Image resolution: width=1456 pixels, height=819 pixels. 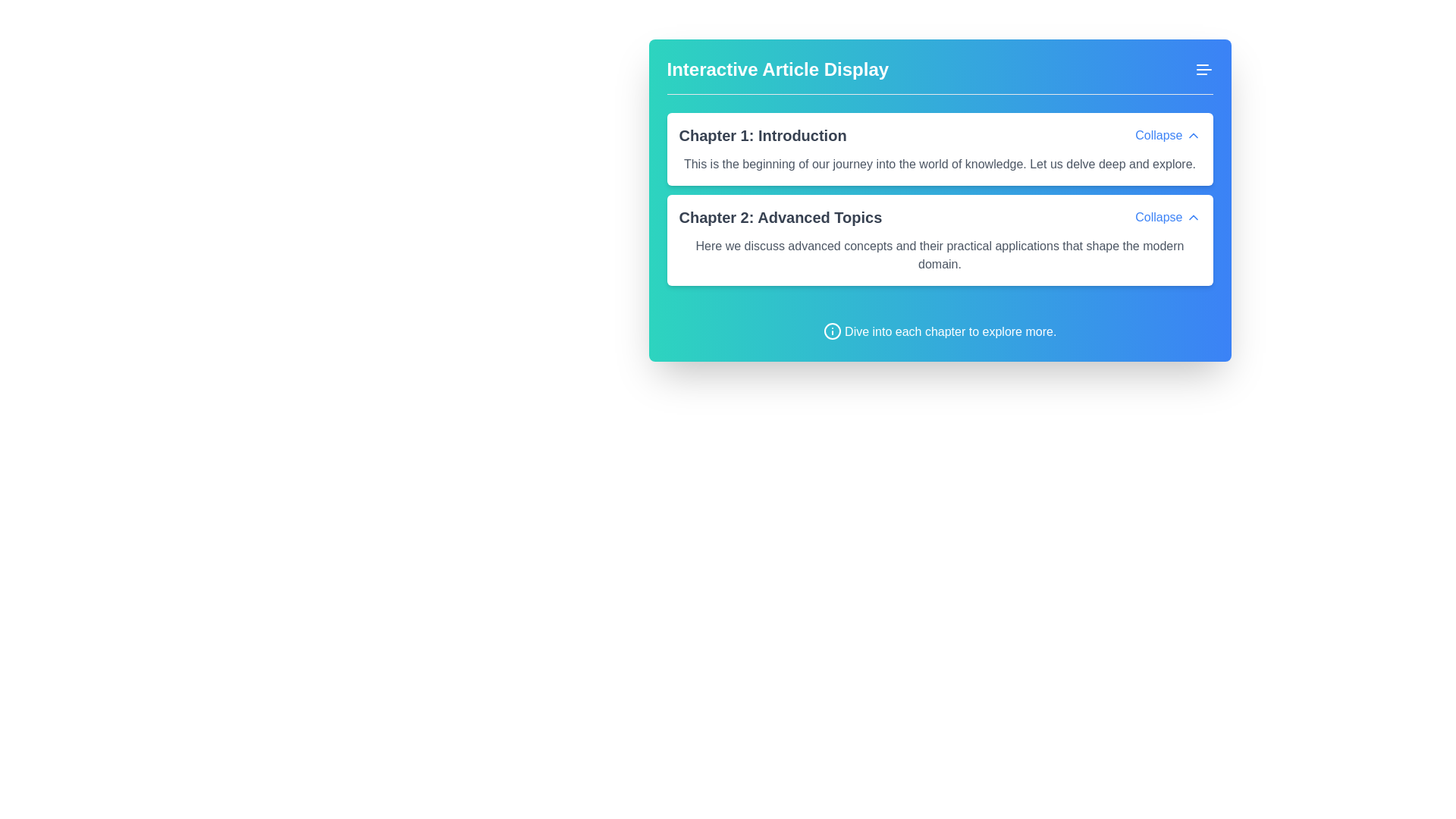 What do you see at coordinates (1167, 134) in the screenshot?
I see `the button with an integrated icon located at the upper-right corner of the 'Chapter 1: Introduction' section` at bounding box center [1167, 134].